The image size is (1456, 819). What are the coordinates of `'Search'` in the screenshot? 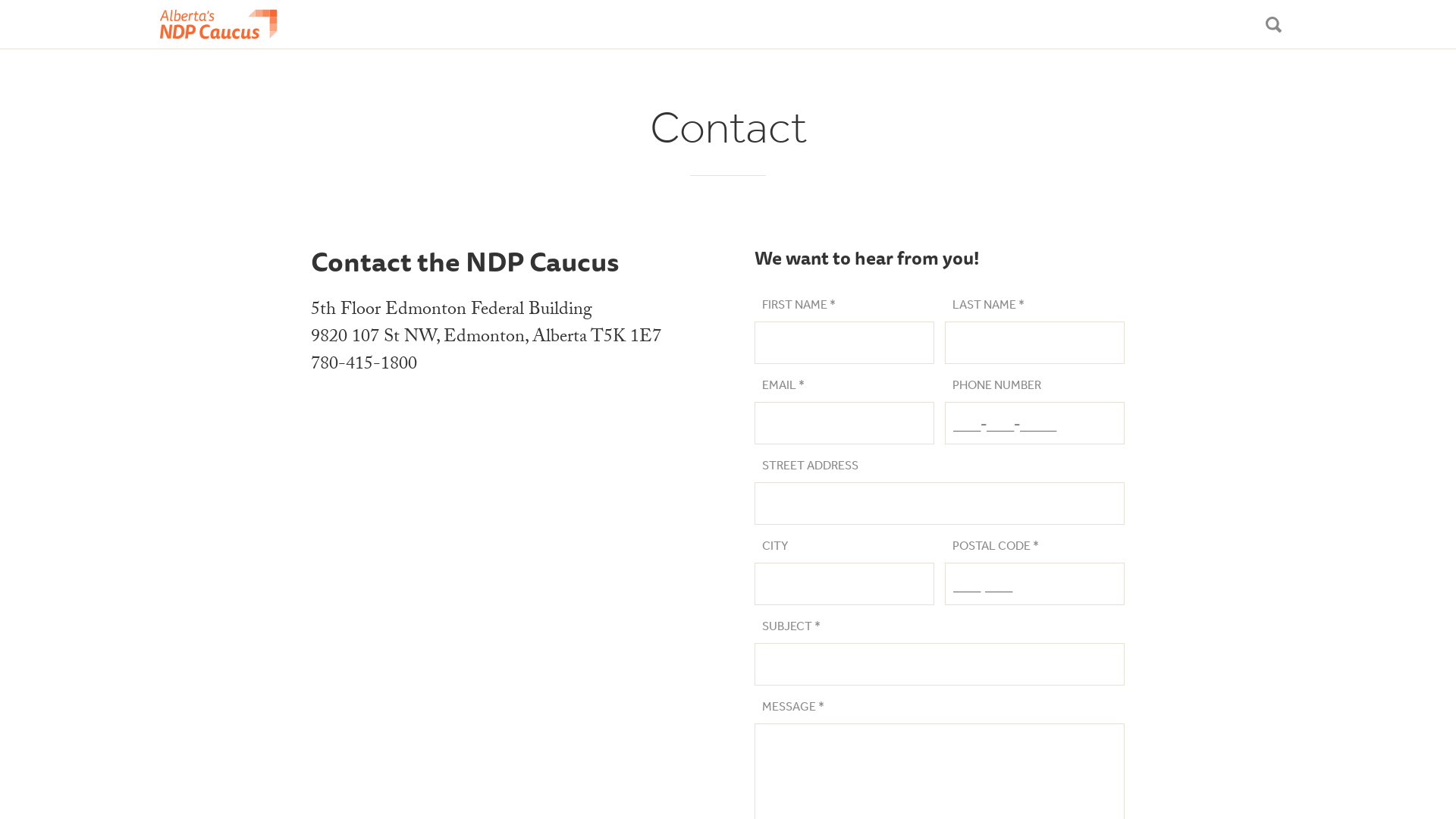 It's located at (1273, 24).